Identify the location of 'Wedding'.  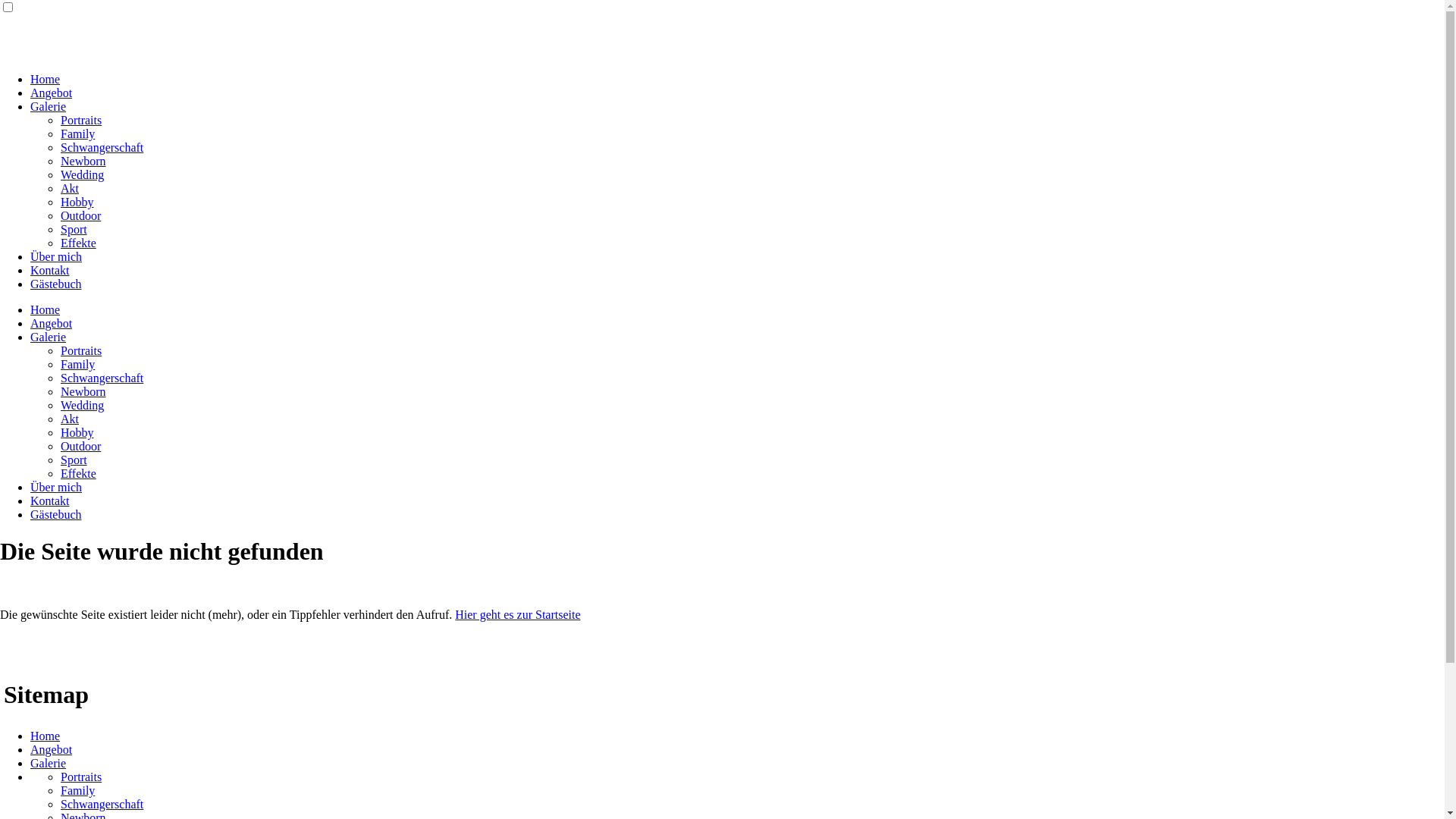
(81, 404).